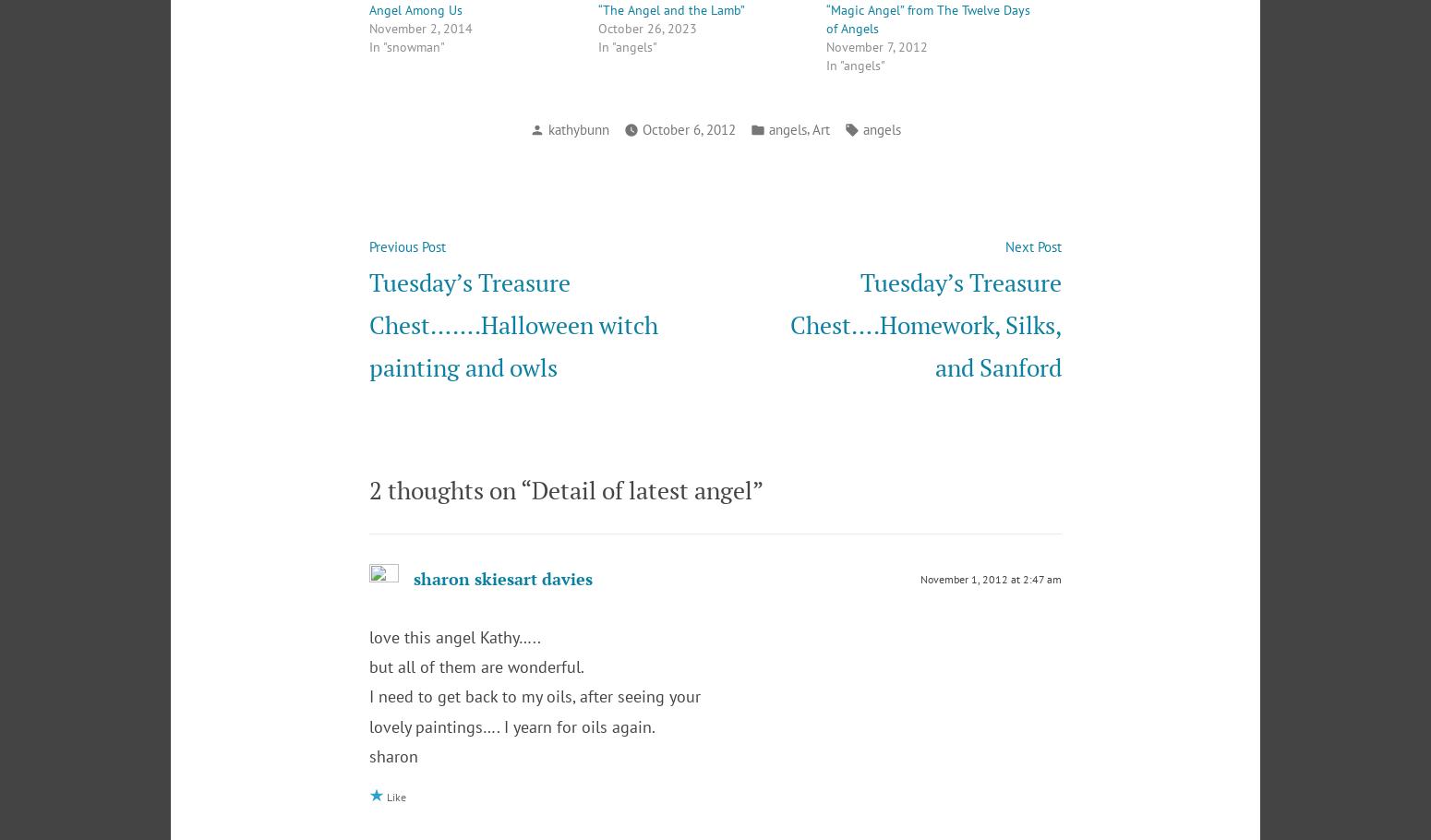 This screenshot has width=1431, height=840. Describe the element at coordinates (513, 323) in the screenshot. I see `'Tuesday’s Treasure Chest…….Halloween witch painting and owls'` at that location.